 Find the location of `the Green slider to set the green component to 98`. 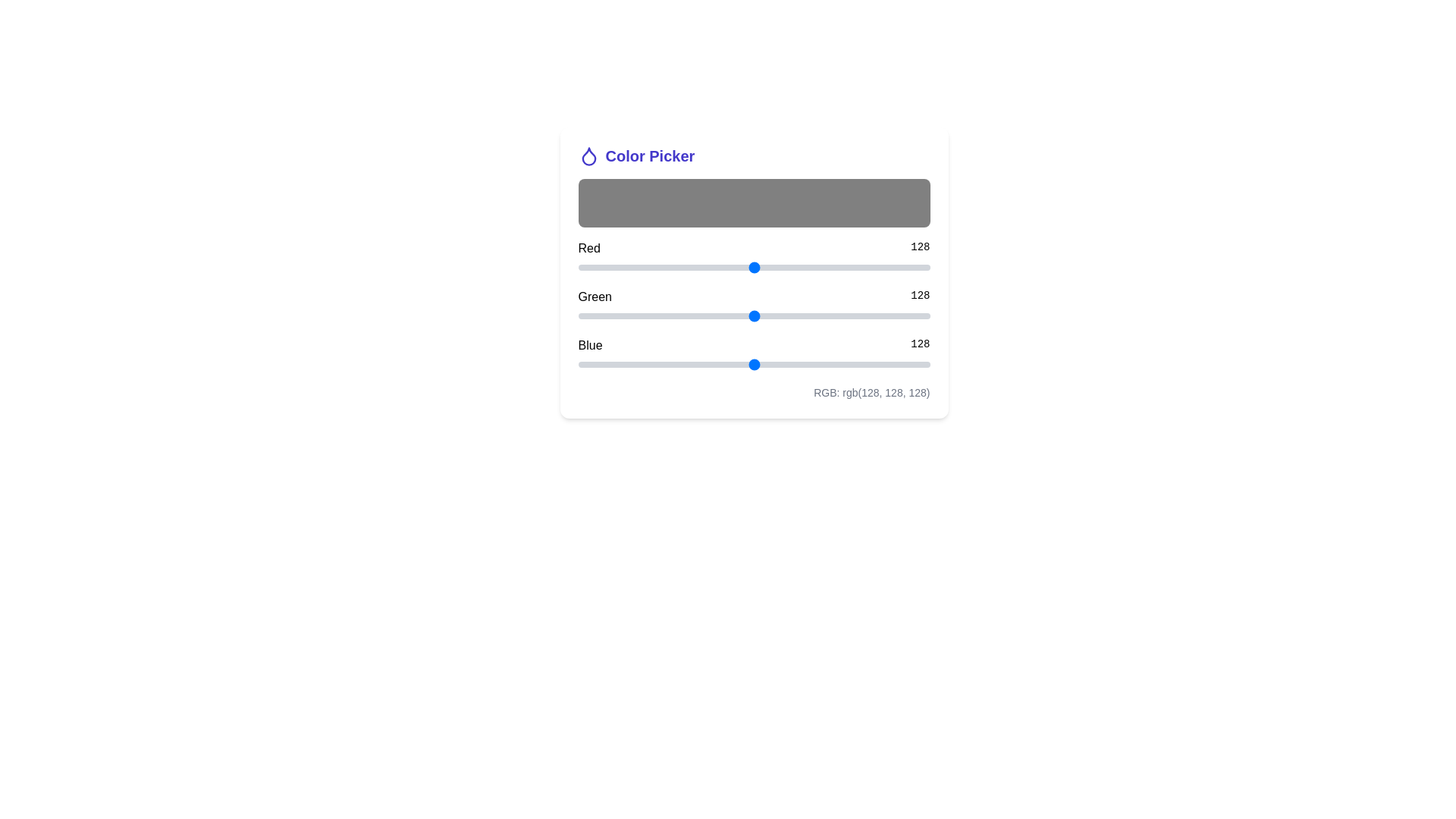

the Green slider to set the green component to 98 is located at coordinates (712, 315).